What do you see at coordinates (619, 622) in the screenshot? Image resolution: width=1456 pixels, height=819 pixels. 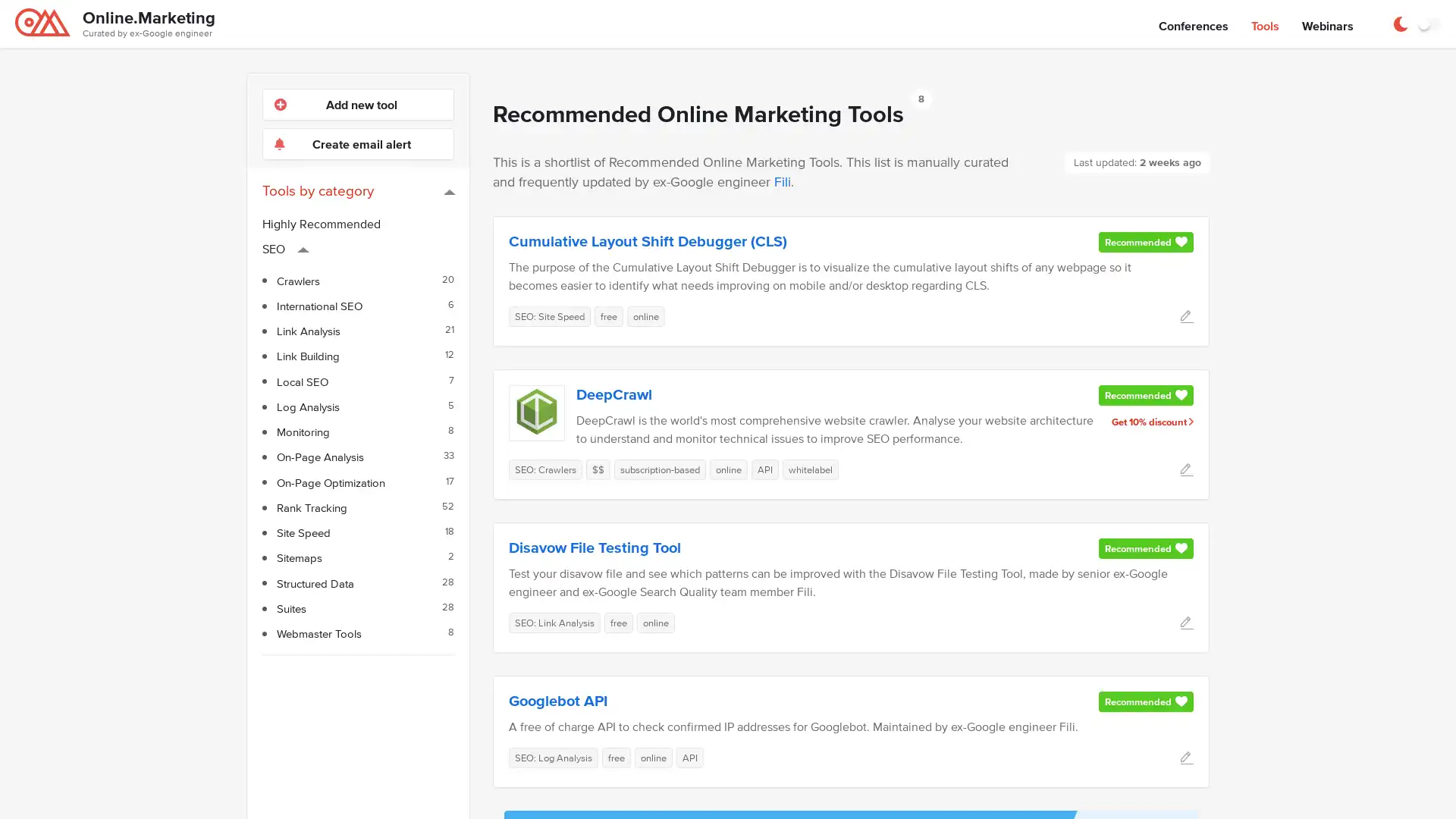 I see `free` at bounding box center [619, 622].